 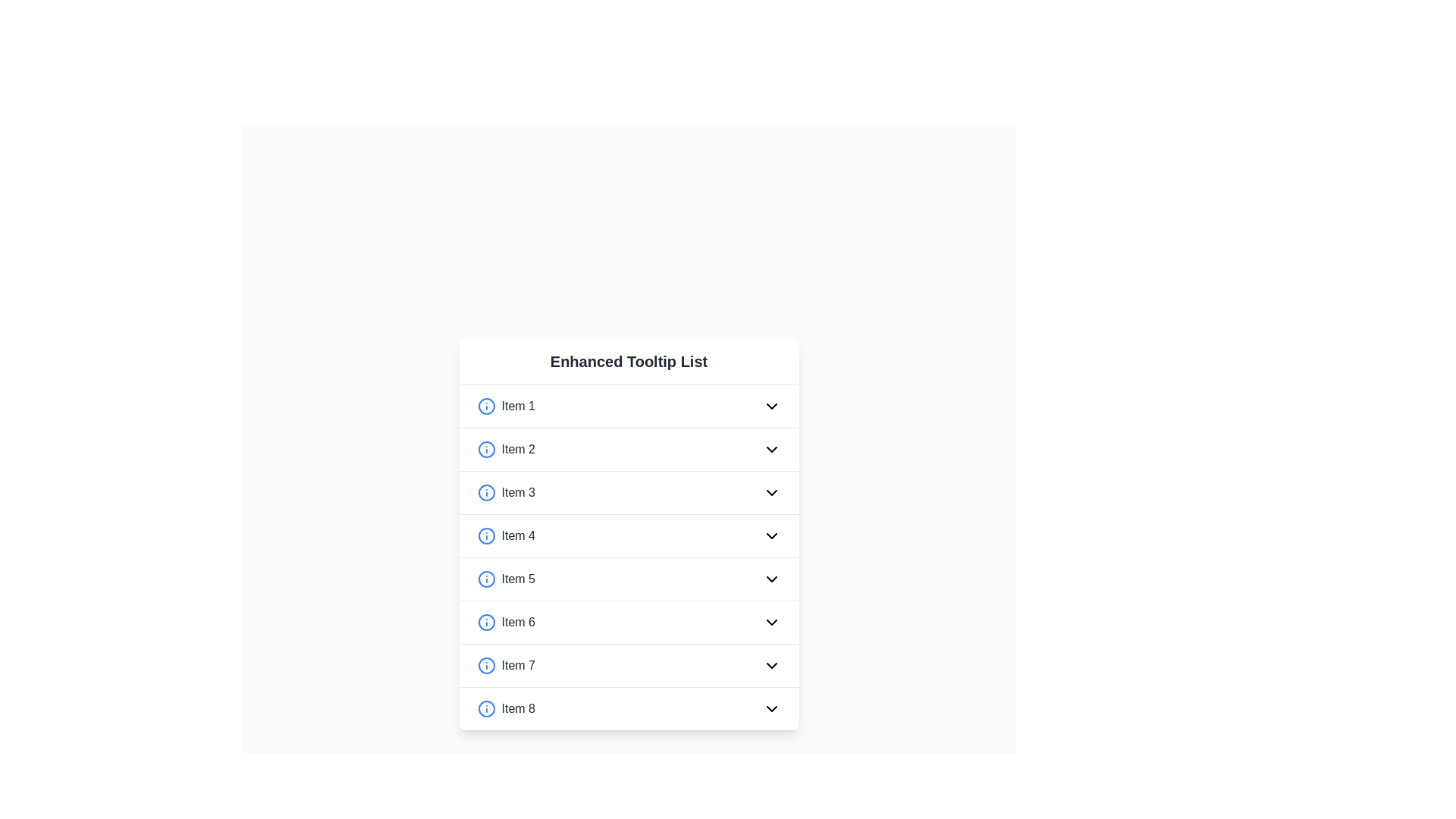 I want to click on the label in the eighth row of the list, which serves as a descriptor next to a blue circular icon with an information symbol, so click(x=518, y=708).